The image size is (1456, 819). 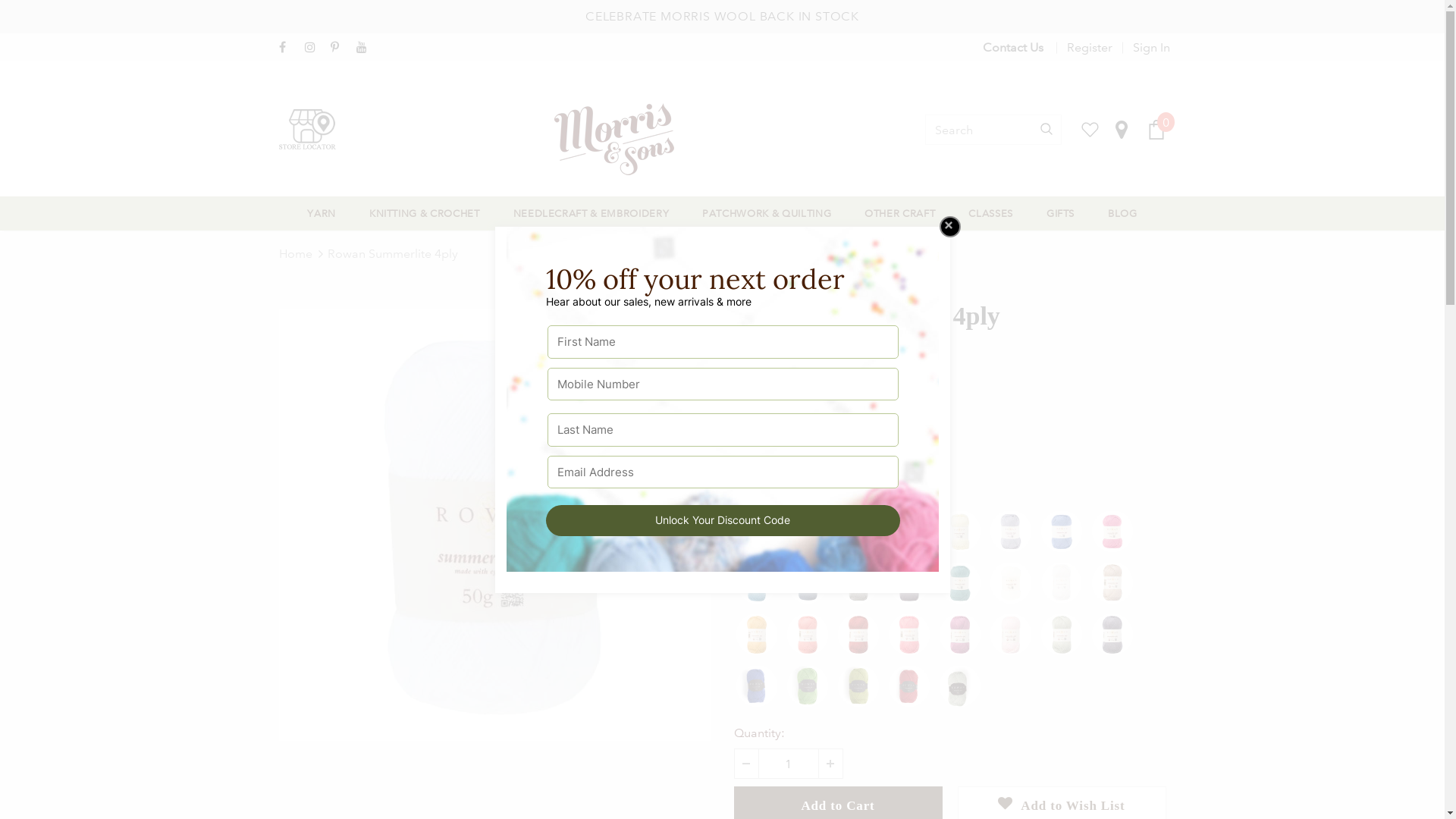 What do you see at coordinates (425, 213) in the screenshot?
I see `'KNITTING & CROCHET'` at bounding box center [425, 213].